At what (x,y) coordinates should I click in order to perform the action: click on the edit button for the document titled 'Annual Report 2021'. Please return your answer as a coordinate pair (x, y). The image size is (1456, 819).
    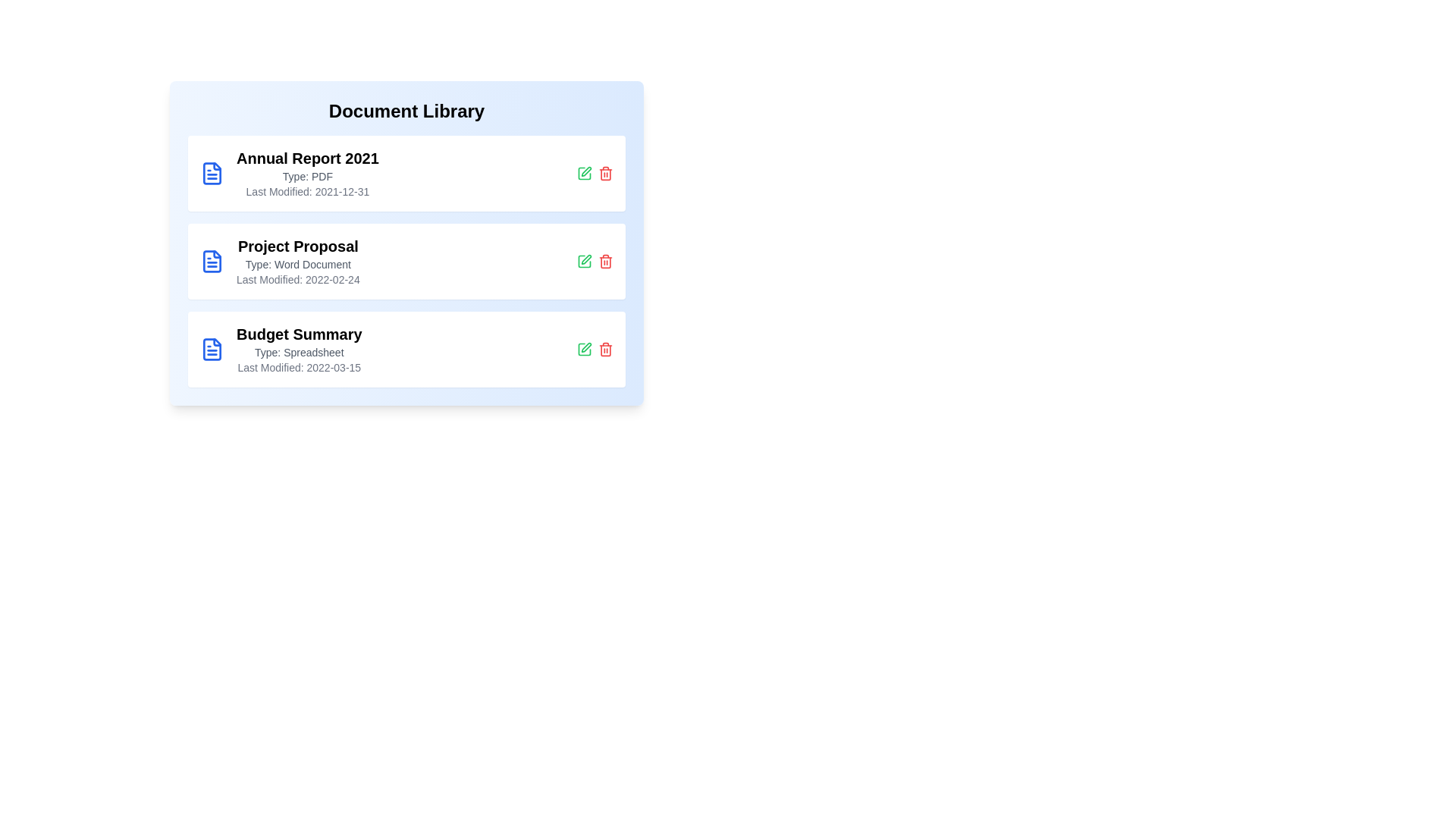
    Looking at the image, I should click on (584, 172).